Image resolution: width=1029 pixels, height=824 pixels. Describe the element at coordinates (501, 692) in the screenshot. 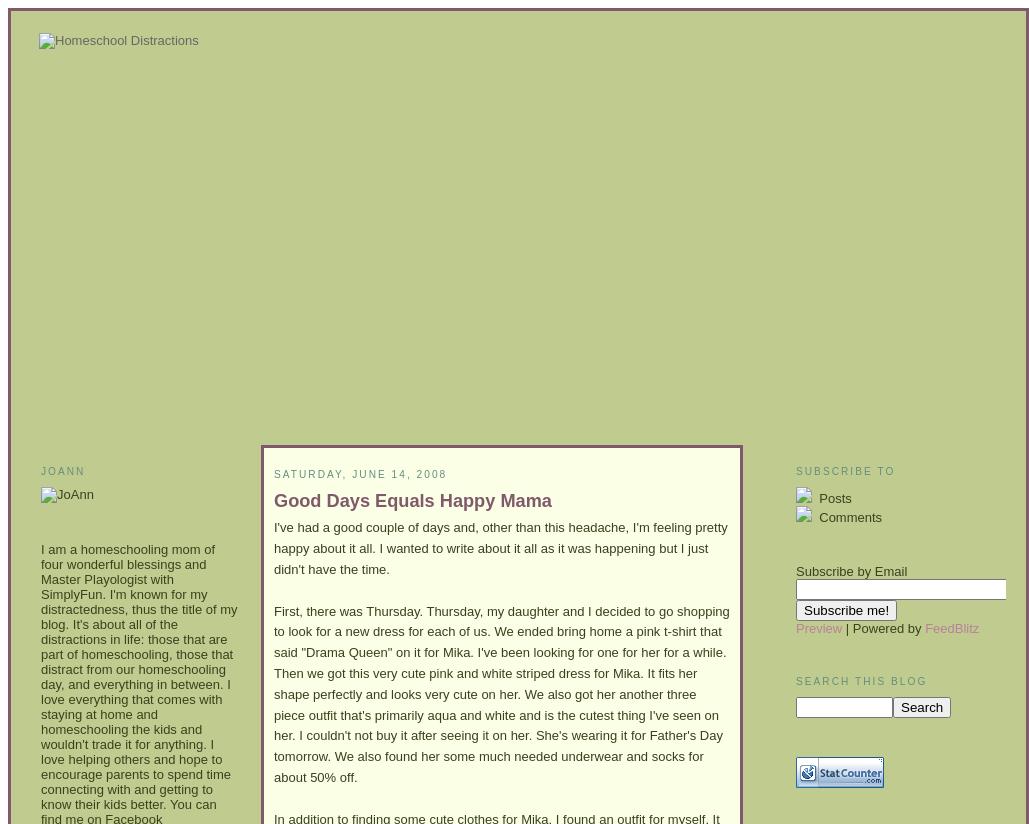

I see `'First, there was Thursday. Thursday, my daughter and I decided to go shopping to look for a new dress for each of us. We ended bring home a pink t-shirt that said "Drama Queen" on it for Mika. I've been looking for one for her for a while. Then we got this very cute pink and white striped dress for Mika. It fits her shape perfectly and looks very cute on her. We also got her another three piece outfit that's primarily aqua and white and is the cutest thing I've seen on her. I couldn't not buy it after seeing it on her. She's wearing it for Father's Day tomorrow. We also found her some much needed underwear and socks for about 50% off.'` at that location.